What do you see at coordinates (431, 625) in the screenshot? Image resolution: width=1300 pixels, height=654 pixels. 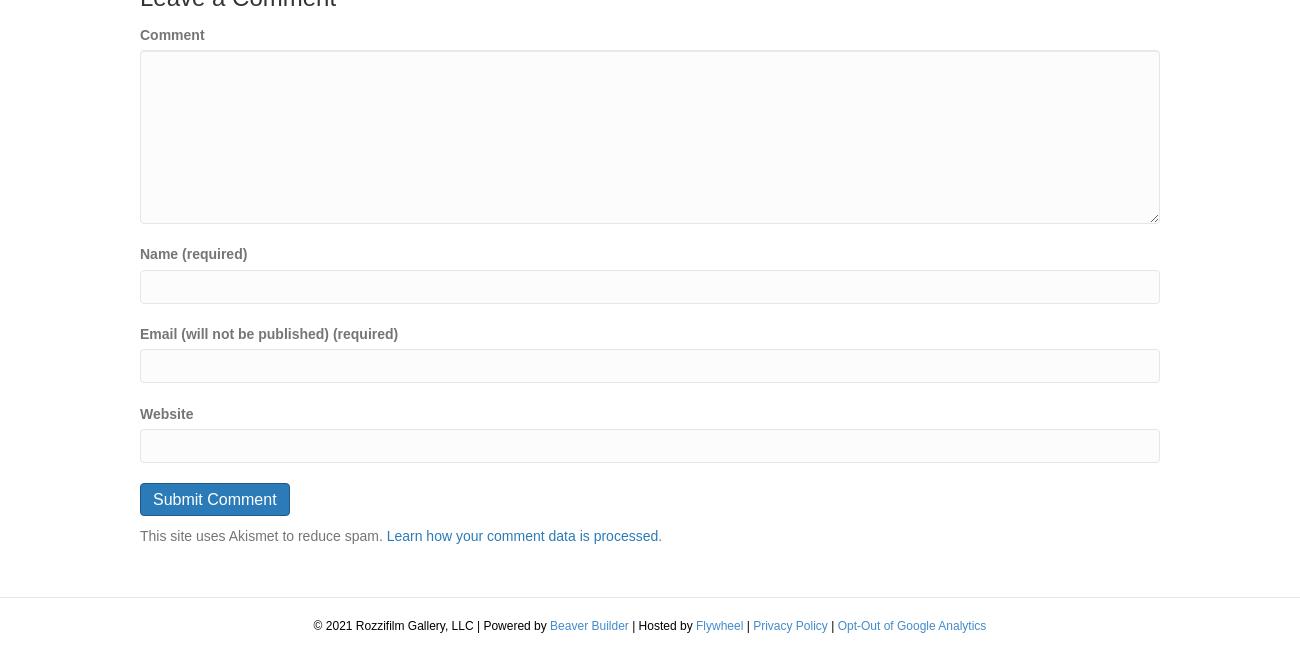 I see `'© 2021 Rozzifilm Gallery, LLC  |  Powered by'` at bounding box center [431, 625].